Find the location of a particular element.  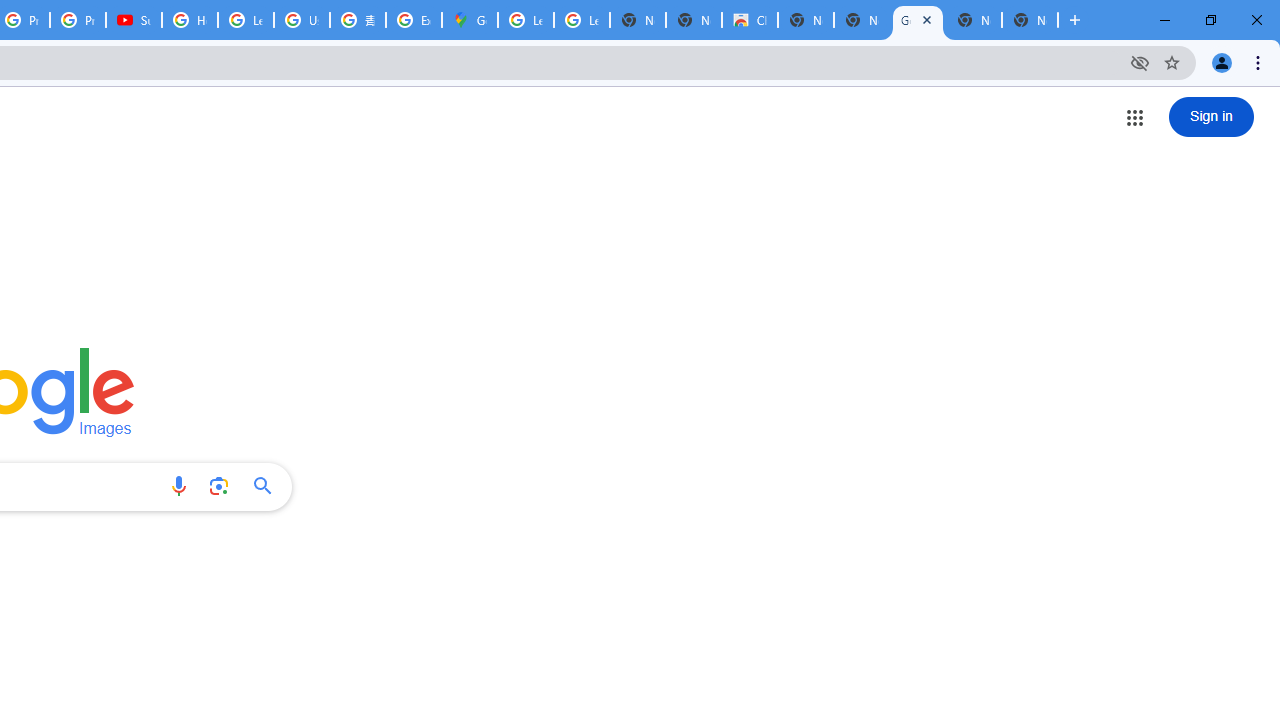

'Google Images' is located at coordinates (916, 20).